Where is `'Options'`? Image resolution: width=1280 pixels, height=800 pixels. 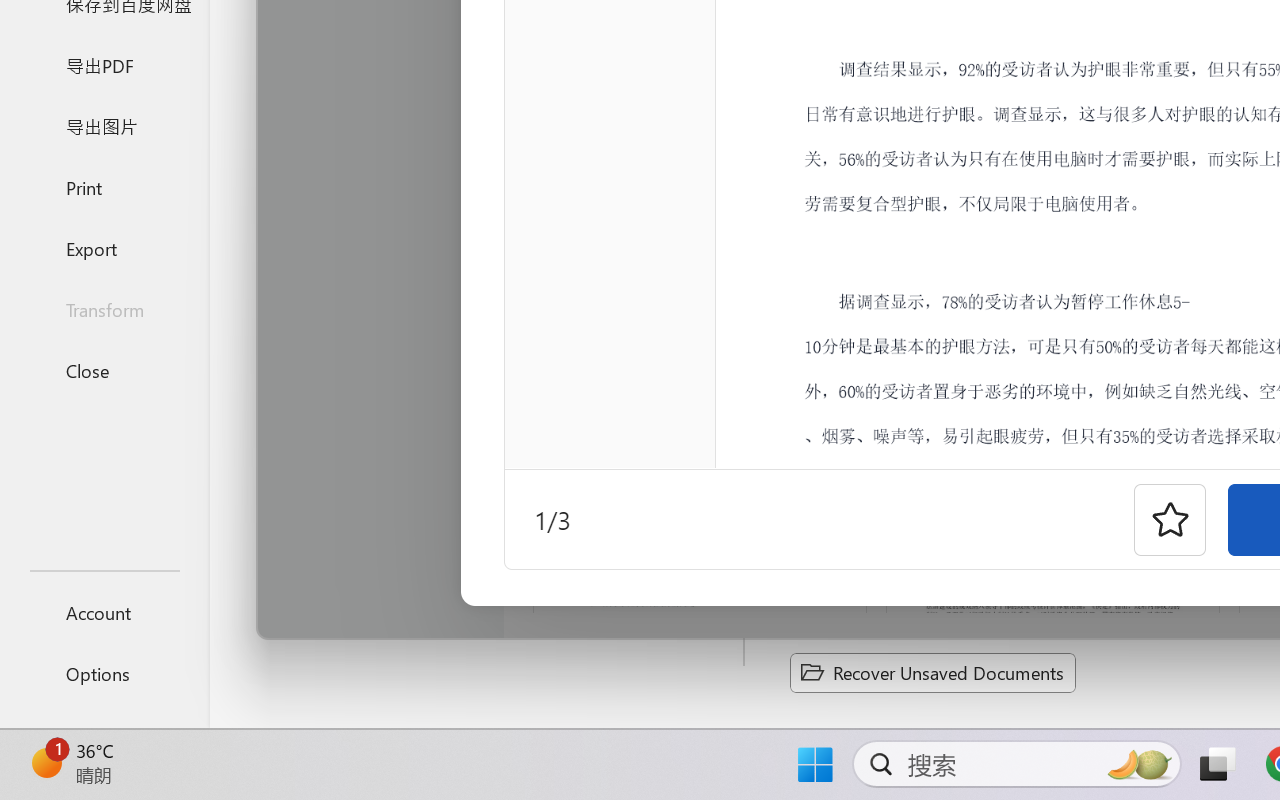 'Options' is located at coordinates (103, 673).